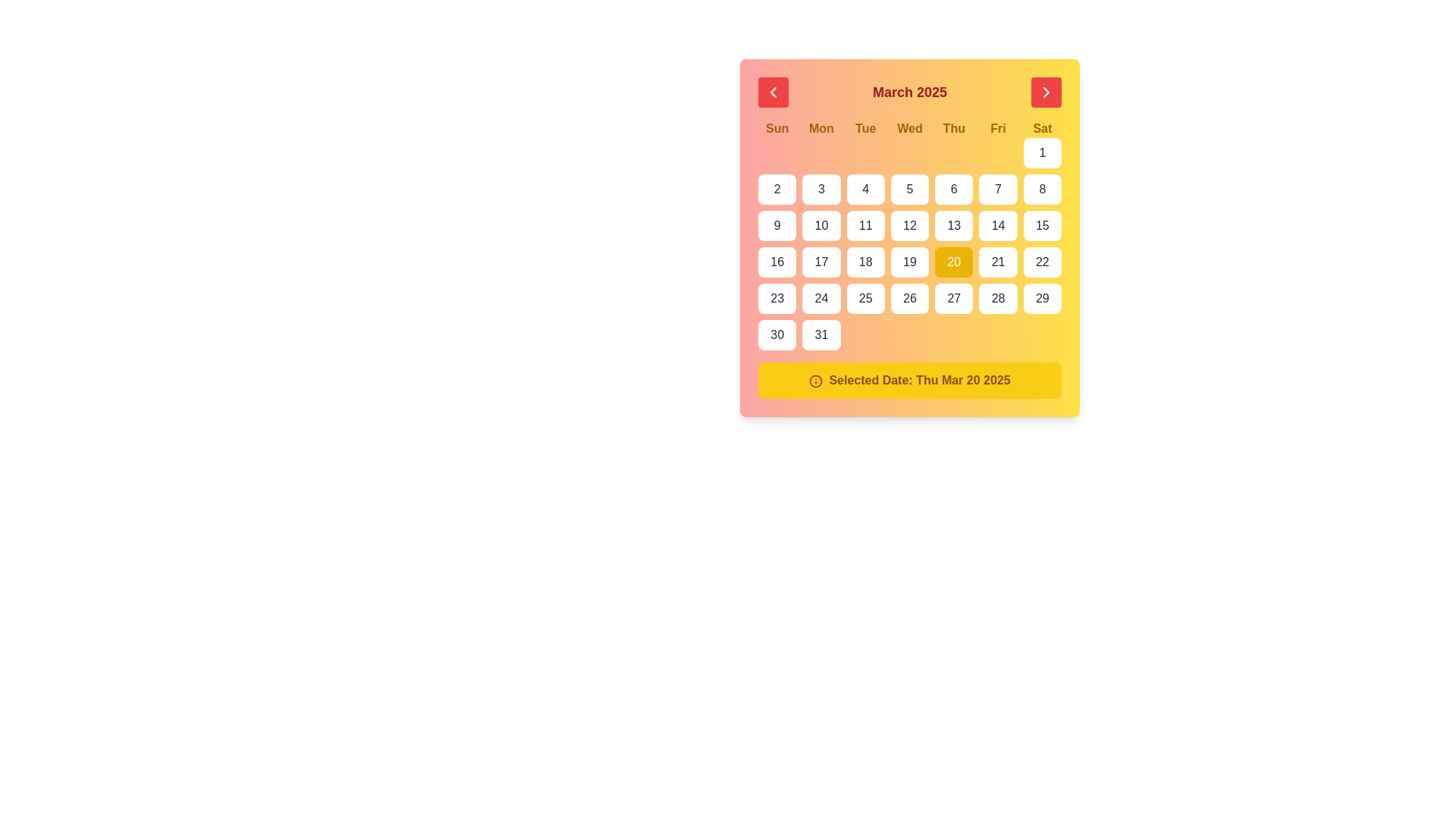 The image size is (1456, 819). I want to click on the button labeled '22' with a white background and dark gray text, located in the last column of the calendar grid for the week starting on the 16th, so click(1041, 262).